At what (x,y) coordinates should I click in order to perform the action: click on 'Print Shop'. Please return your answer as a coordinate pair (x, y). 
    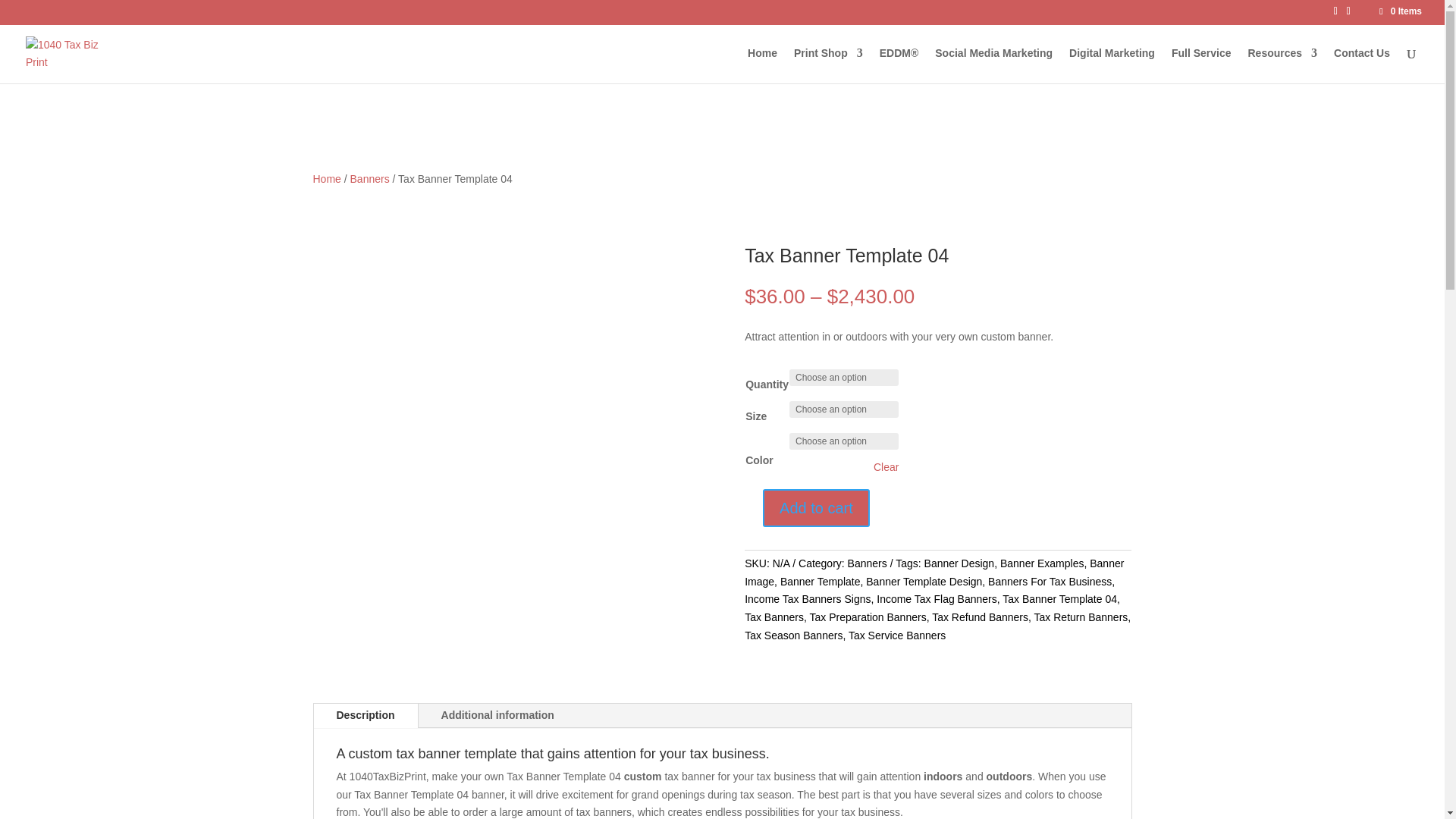
    Looking at the image, I should click on (827, 64).